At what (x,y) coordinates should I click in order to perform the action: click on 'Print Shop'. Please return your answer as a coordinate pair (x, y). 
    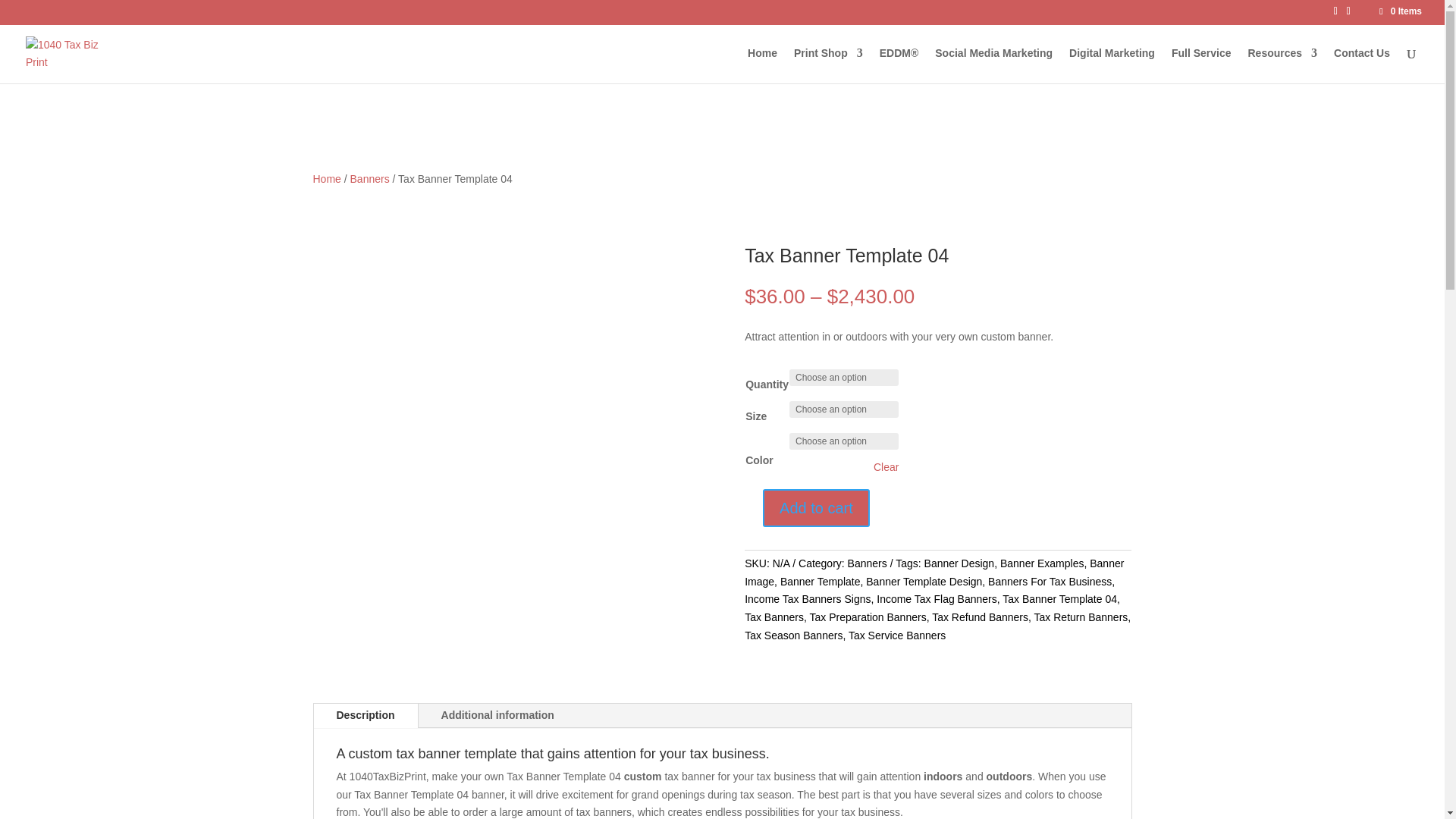
    Looking at the image, I should click on (827, 64).